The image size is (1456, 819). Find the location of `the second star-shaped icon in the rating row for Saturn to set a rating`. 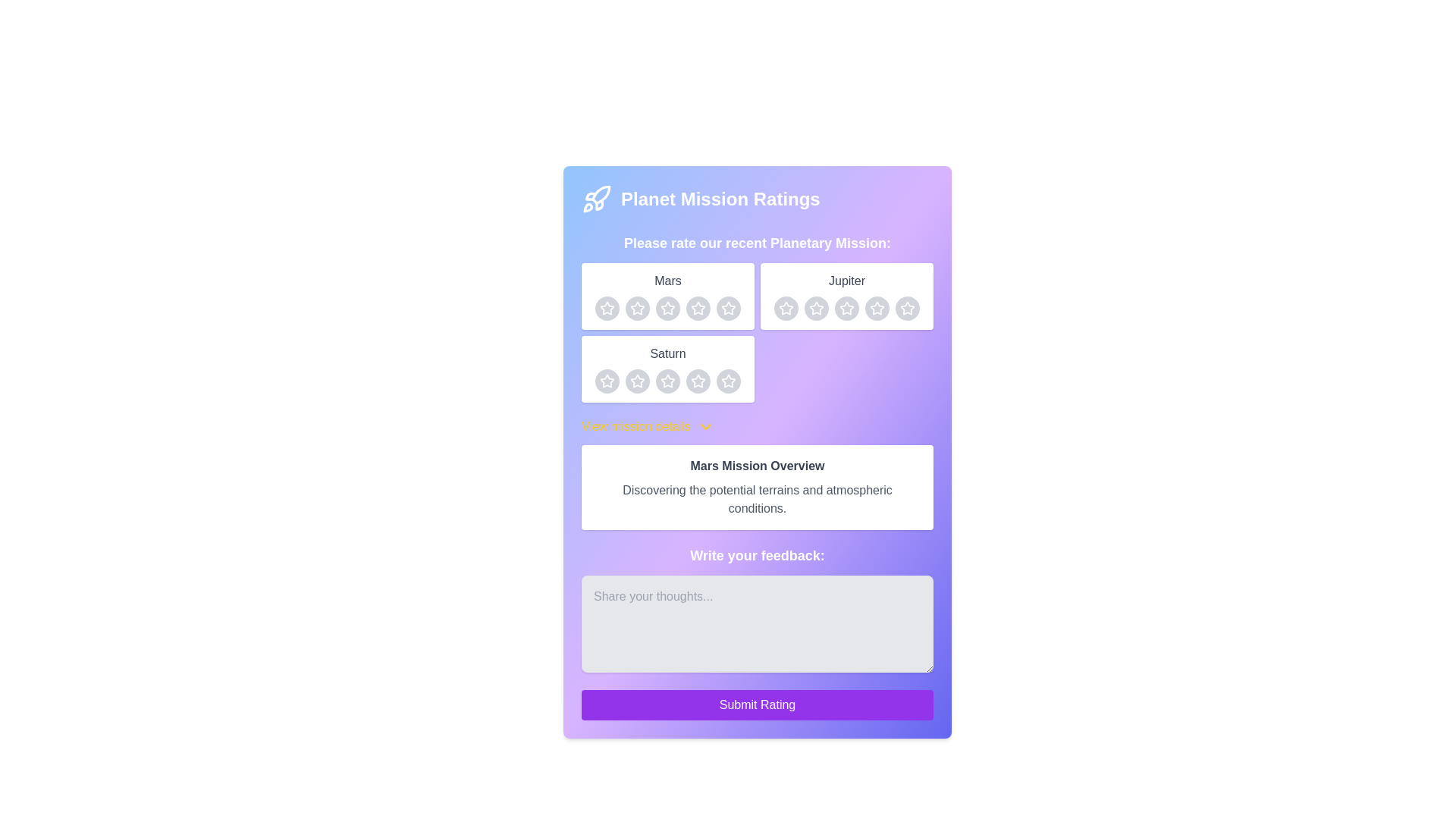

the second star-shaped icon in the rating row for Saturn to set a rating is located at coordinates (637, 380).